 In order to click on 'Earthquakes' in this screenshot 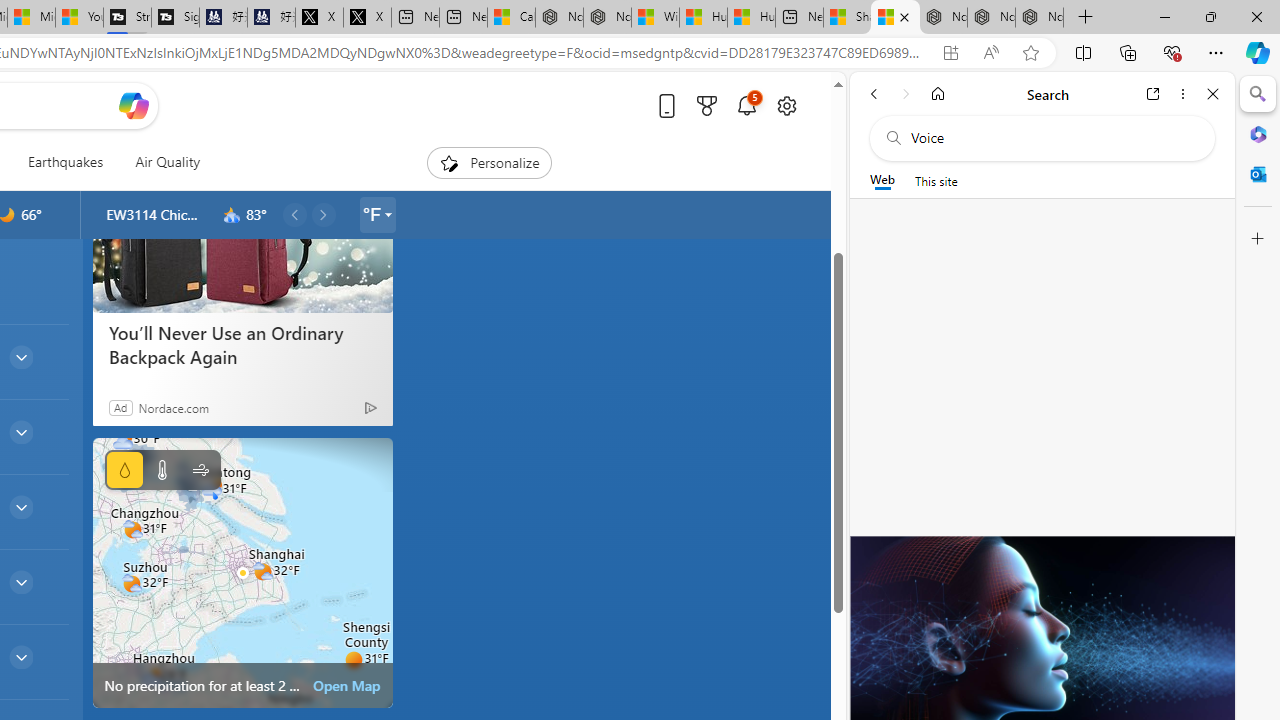, I will do `click(65, 162)`.